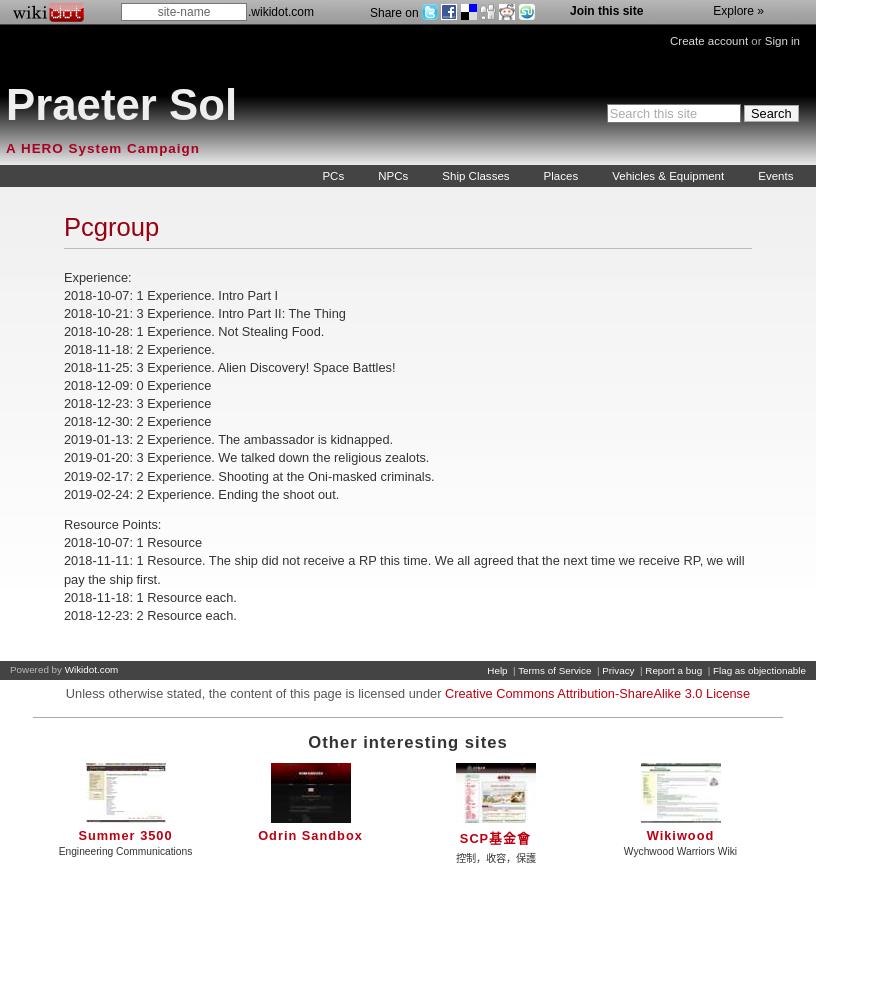  I want to click on 'NPCs', so click(393, 176).